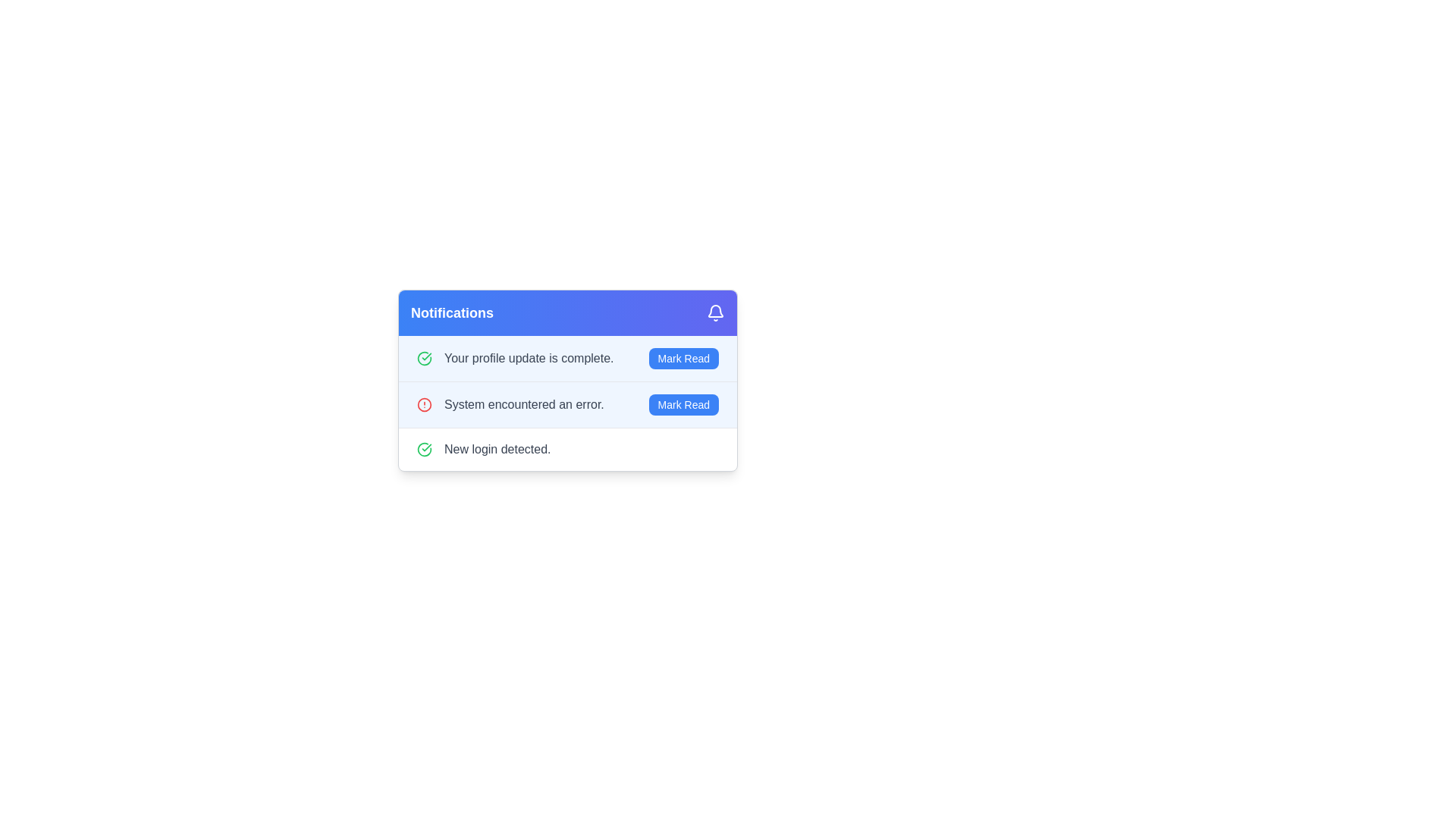  What do you see at coordinates (425, 359) in the screenshot?
I see `green circular status indicator icon with a checkmark next to the text 'Your profile update is complete.' to view related details` at bounding box center [425, 359].